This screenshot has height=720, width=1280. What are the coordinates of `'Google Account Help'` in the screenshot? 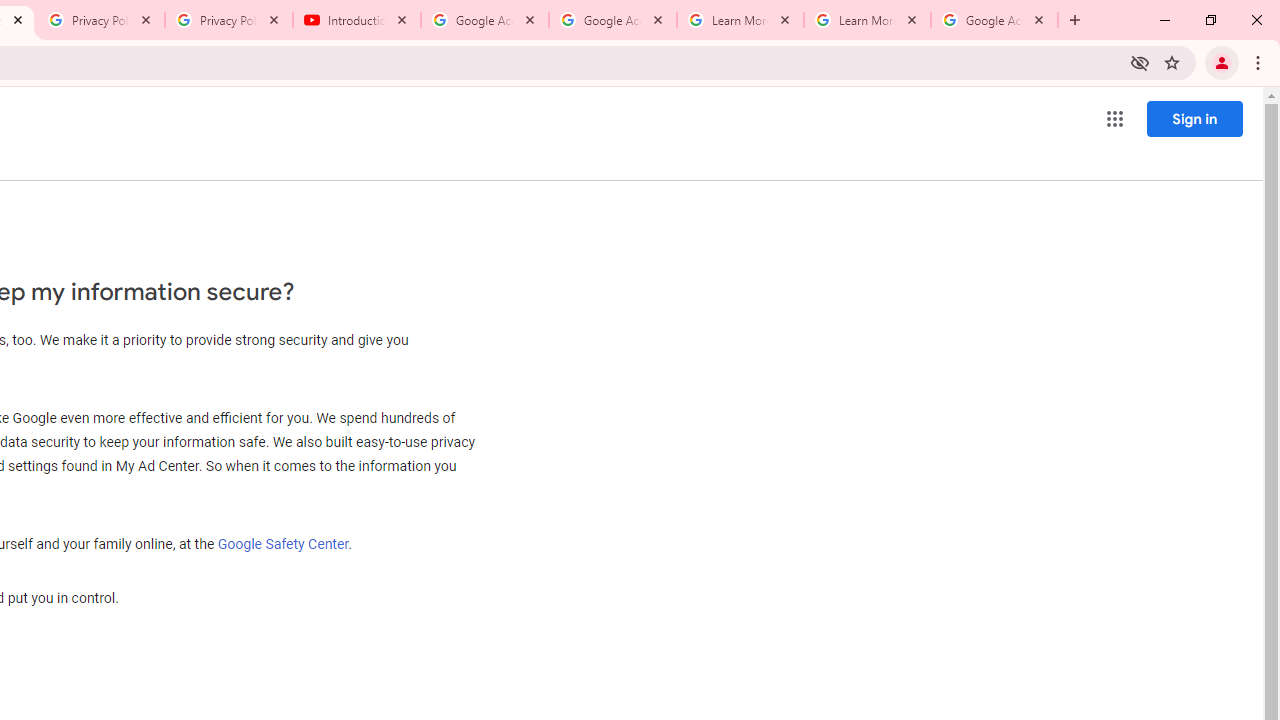 It's located at (485, 20).